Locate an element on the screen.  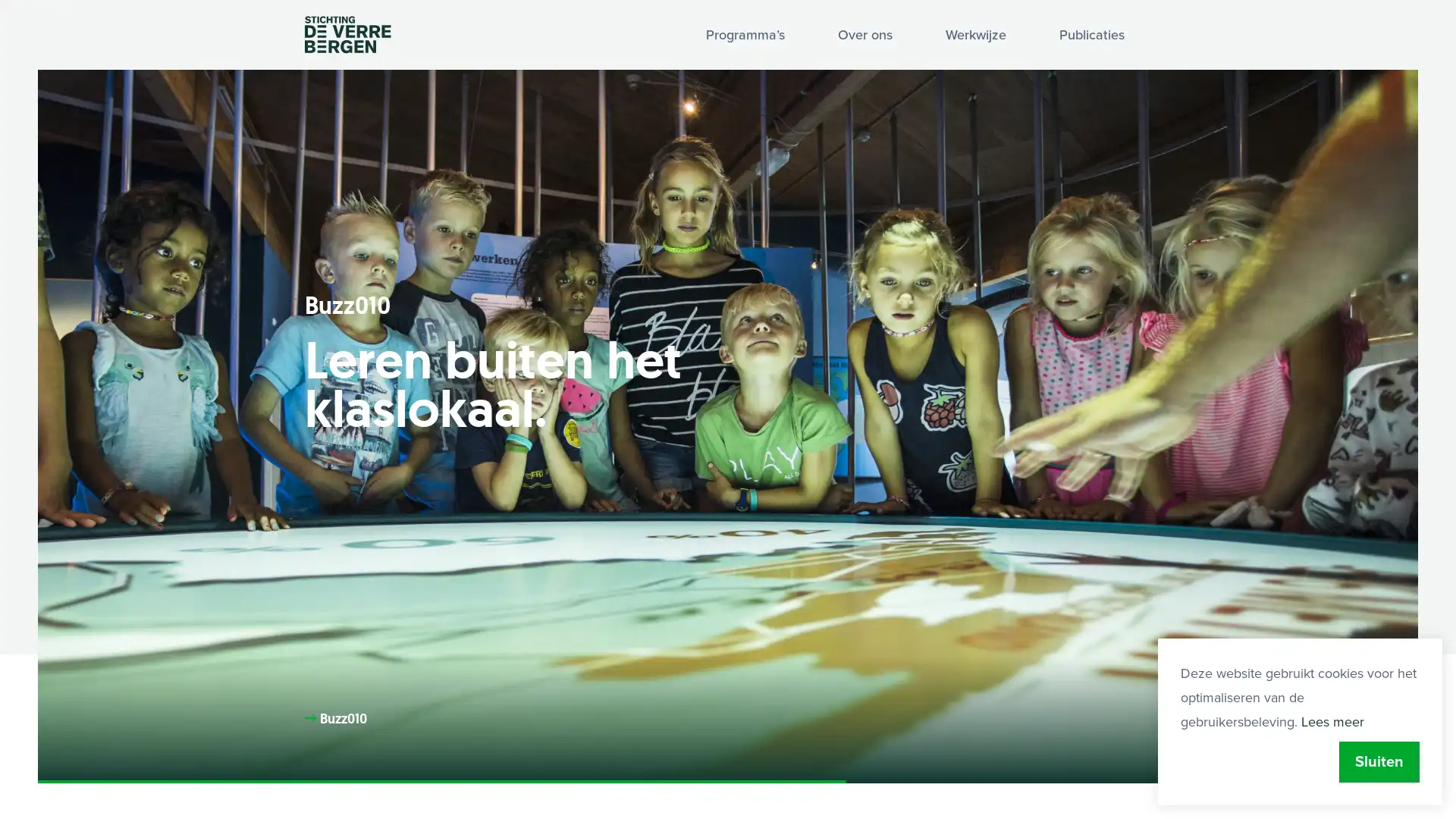
Next is located at coordinates (1372, 744).